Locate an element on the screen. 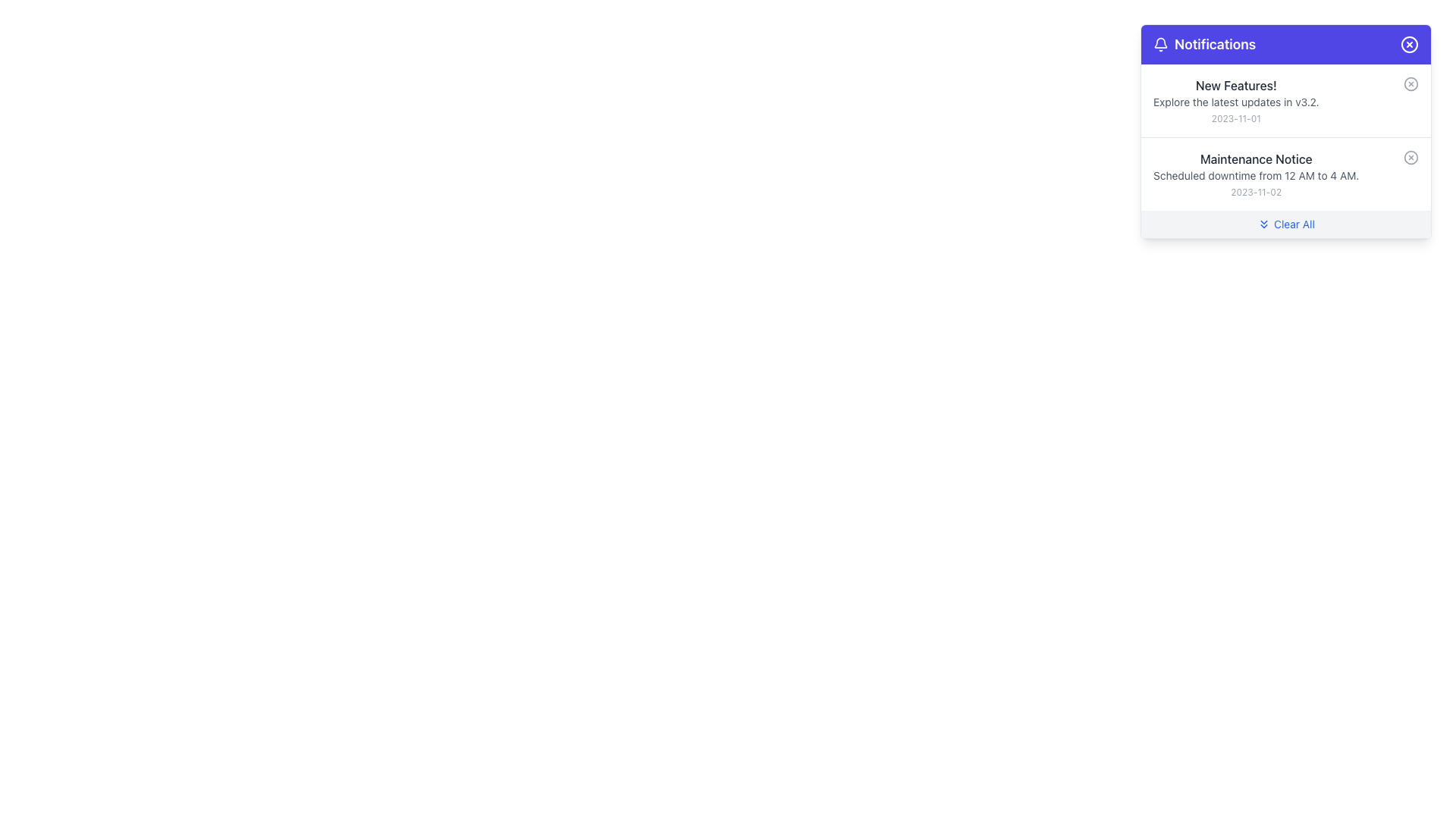  the Text Block that contains the header 'New Features!', the description 'Explore the latest updates in v3.2.', and the timestamp is located at coordinates (1236, 100).